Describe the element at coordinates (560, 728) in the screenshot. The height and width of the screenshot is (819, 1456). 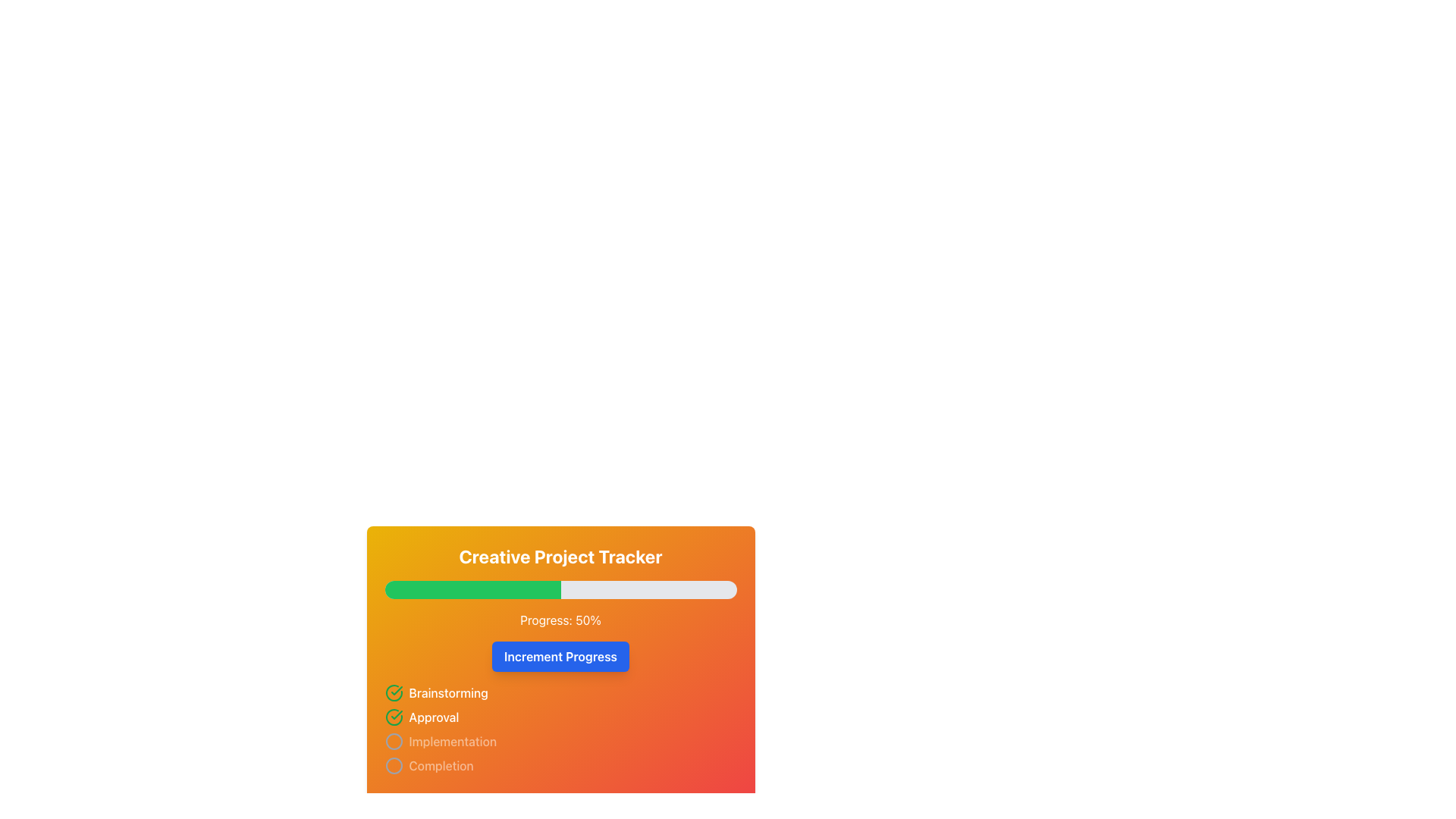
I see `the Progress tracker stage item to mark it as active or completed, located in the bottom section of the 'Creative Project Tracker' module, beneath the progress bar and button` at that location.